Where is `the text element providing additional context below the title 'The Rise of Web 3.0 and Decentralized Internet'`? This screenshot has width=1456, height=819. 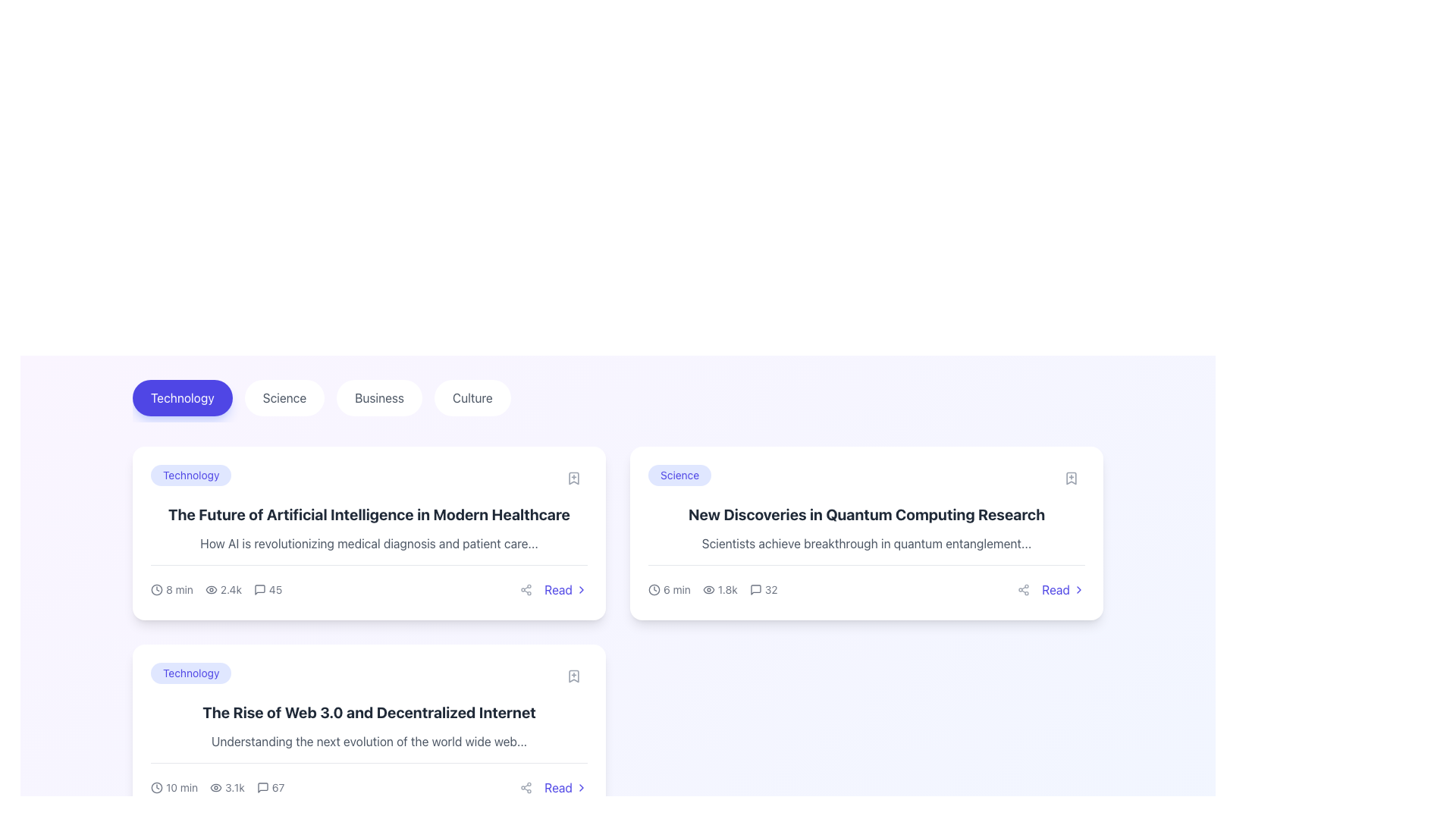
the text element providing additional context below the title 'The Rise of Web 3.0 and Decentralized Internet' is located at coordinates (369, 741).